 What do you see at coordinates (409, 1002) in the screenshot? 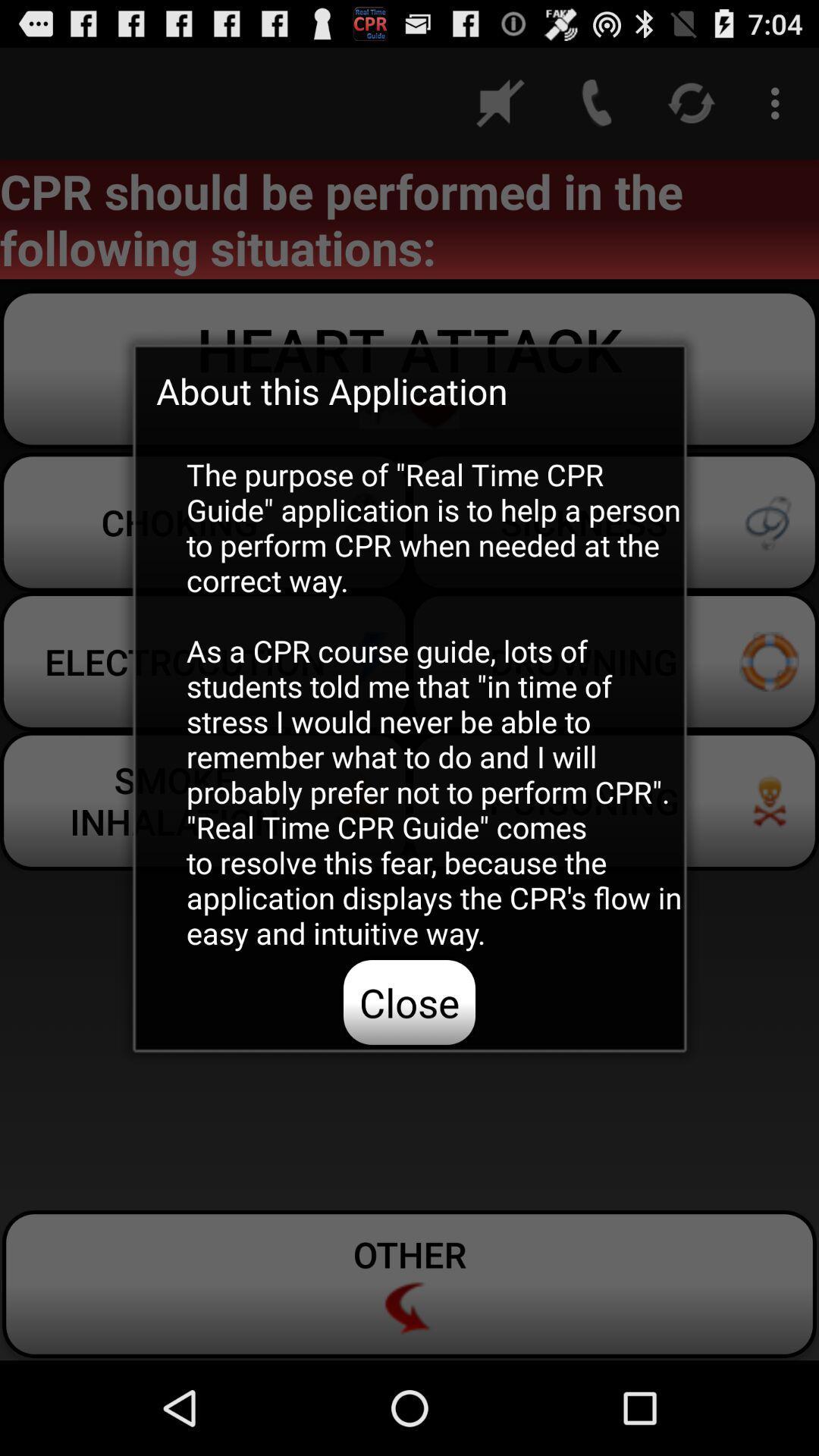
I see `the app below the purpose of icon` at bounding box center [409, 1002].